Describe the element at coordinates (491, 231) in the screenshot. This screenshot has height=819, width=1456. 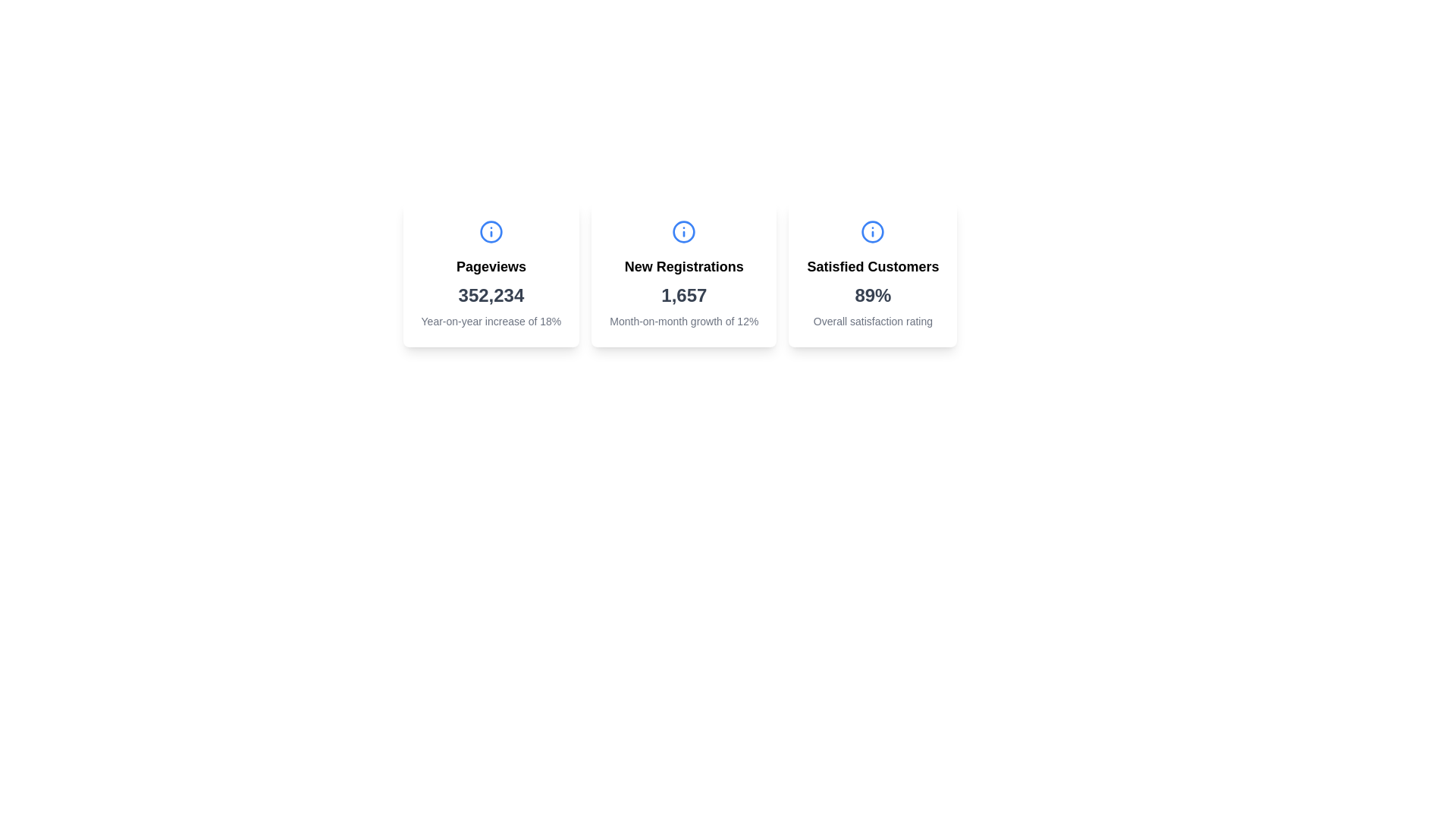
I see `the decorative circular graphic within the SVG icon located at the top of the leftmost card in a row of three cards, which enhances the appearance of the statistical information below` at that location.